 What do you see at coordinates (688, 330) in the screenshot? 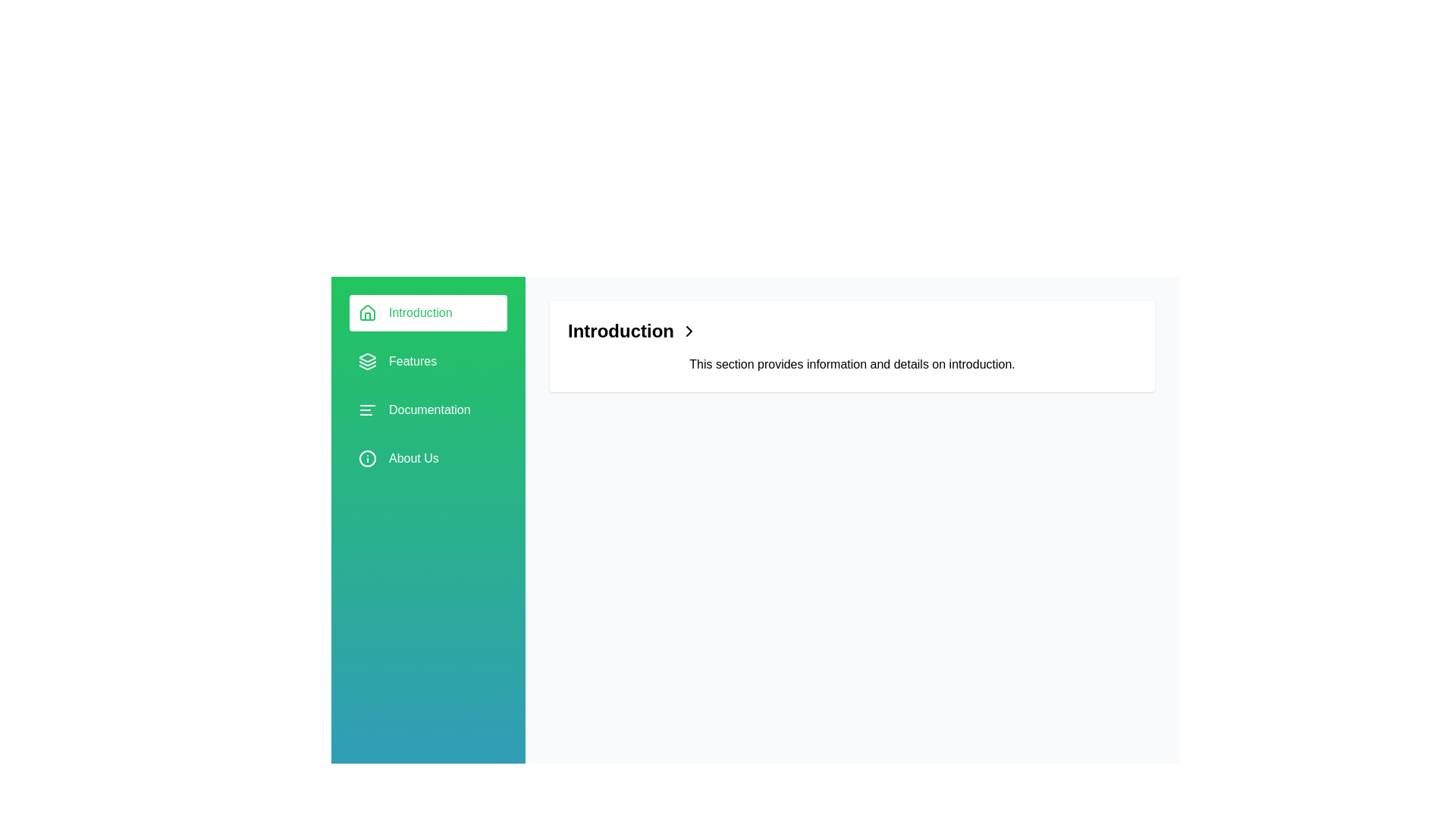
I see `the chevron icon located in the heading bar of the 'Introduction' section, positioned to the right of the text 'Introduction'` at bounding box center [688, 330].